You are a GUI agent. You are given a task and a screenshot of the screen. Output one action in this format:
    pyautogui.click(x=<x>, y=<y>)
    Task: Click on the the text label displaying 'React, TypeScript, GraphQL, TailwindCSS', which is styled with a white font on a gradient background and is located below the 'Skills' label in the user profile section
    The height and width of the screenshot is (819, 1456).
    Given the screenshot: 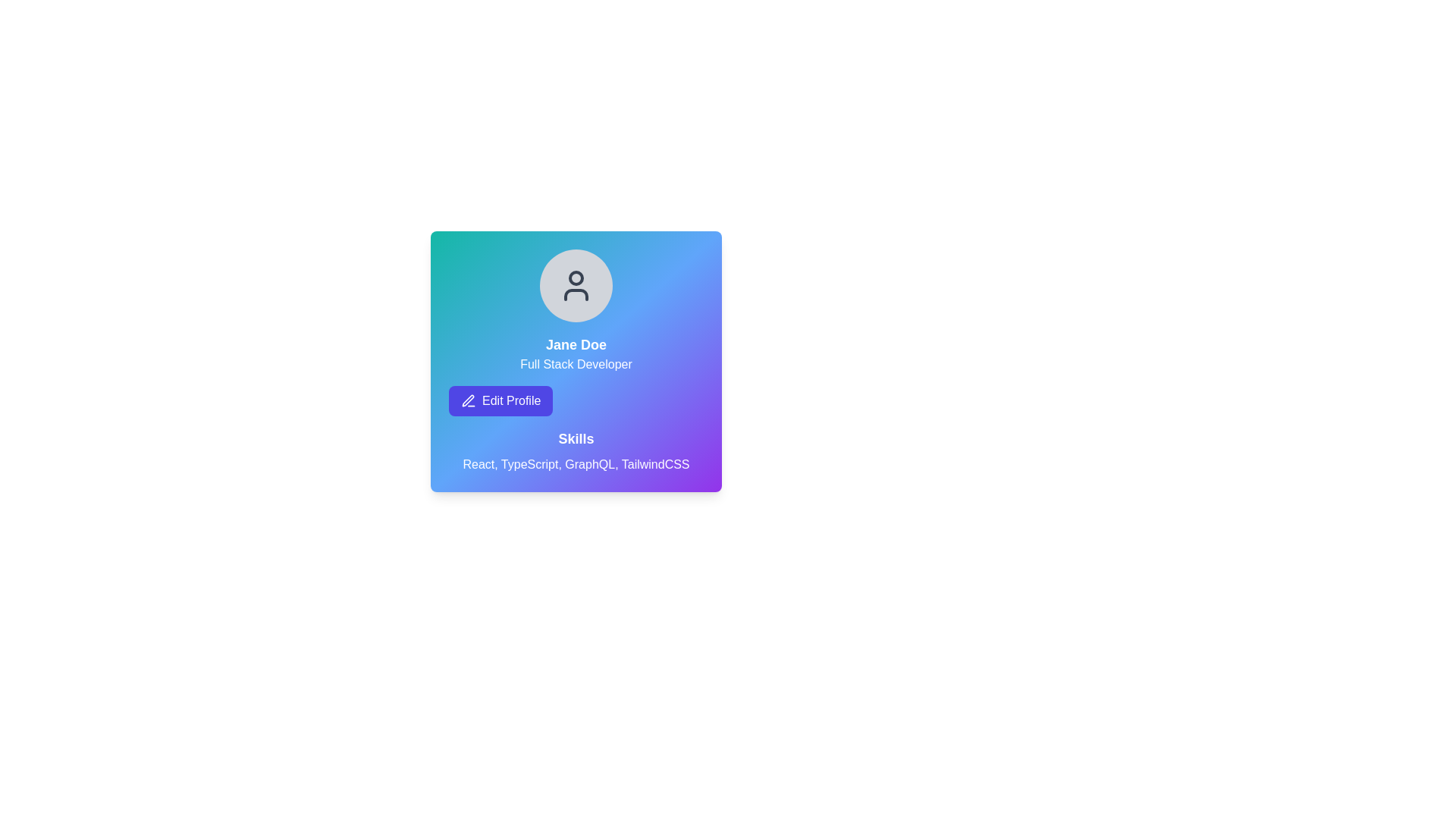 What is the action you would take?
    pyautogui.click(x=575, y=464)
    